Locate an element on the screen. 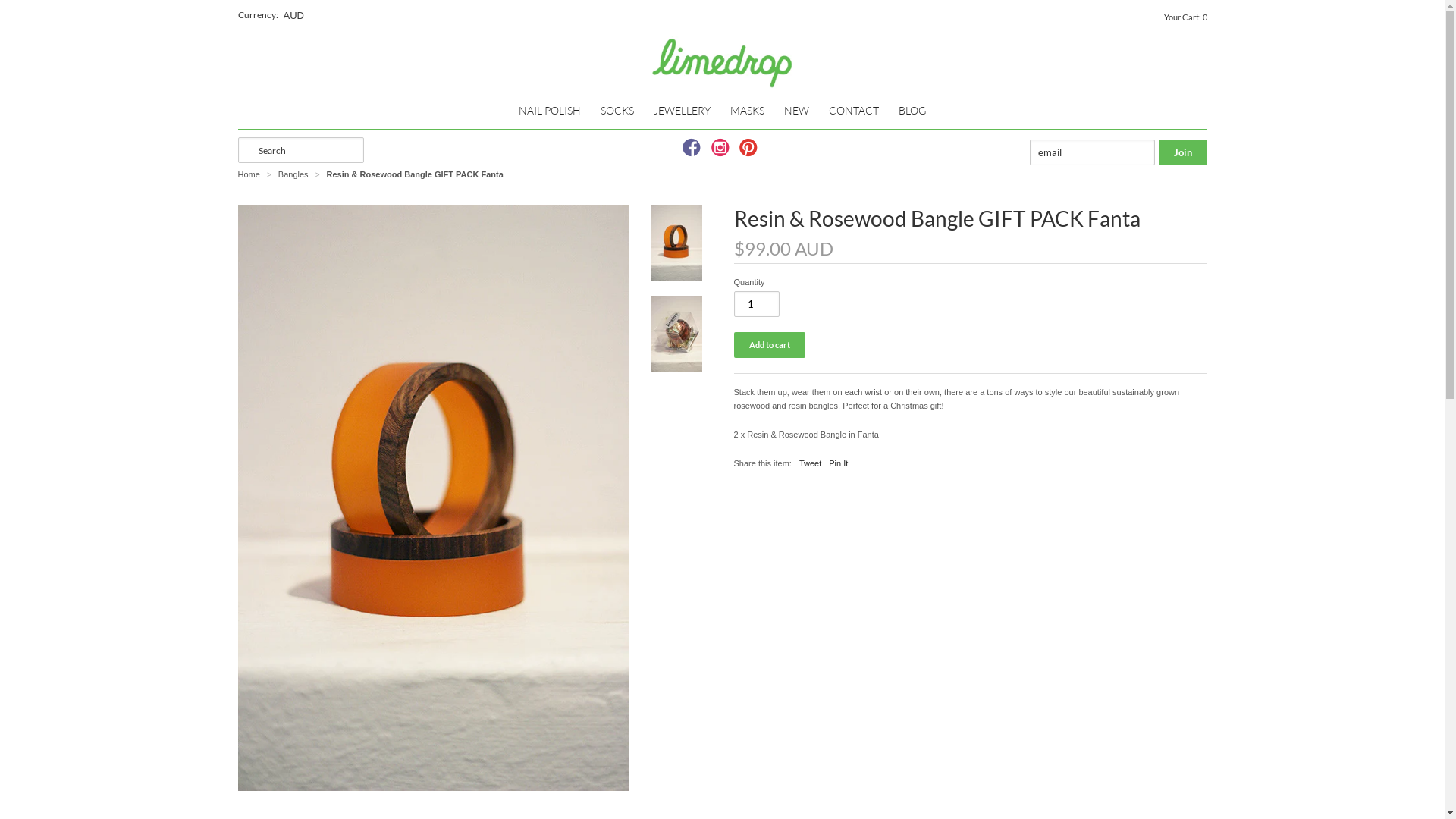 The width and height of the screenshot is (1456, 819). 'Tweet' is located at coordinates (809, 462).